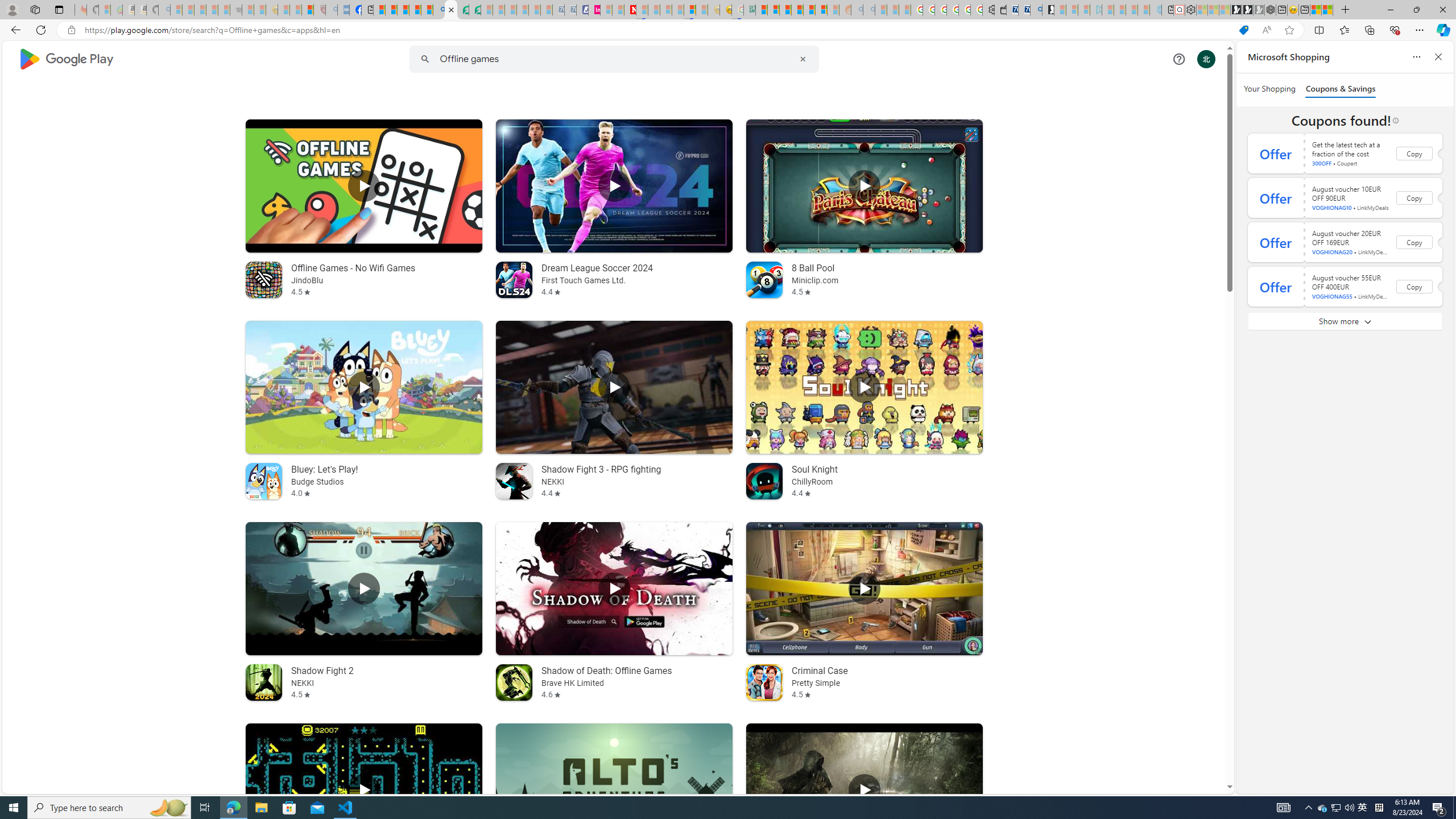 The image size is (1456, 819). Describe the element at coordinates (614, 185) in the screenshot. I see `'Play Dream League Soccer 2024'` at that location.